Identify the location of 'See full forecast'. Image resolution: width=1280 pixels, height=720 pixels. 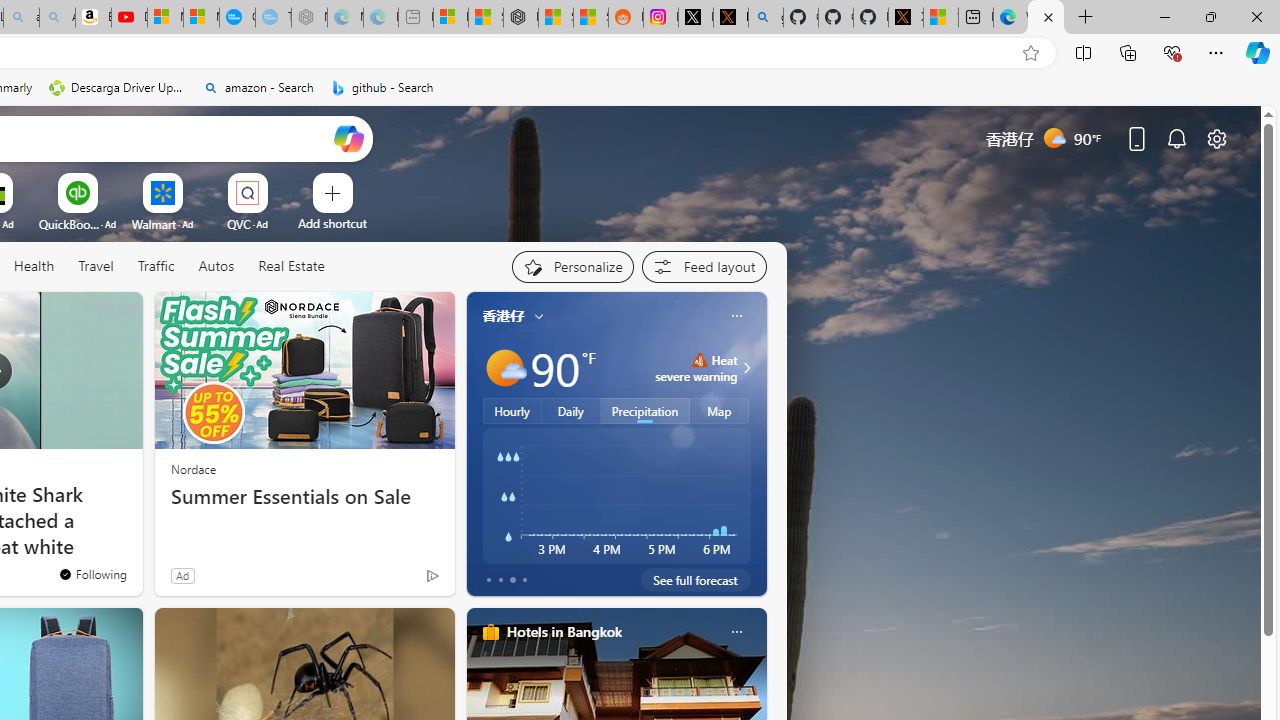
(695, 579).